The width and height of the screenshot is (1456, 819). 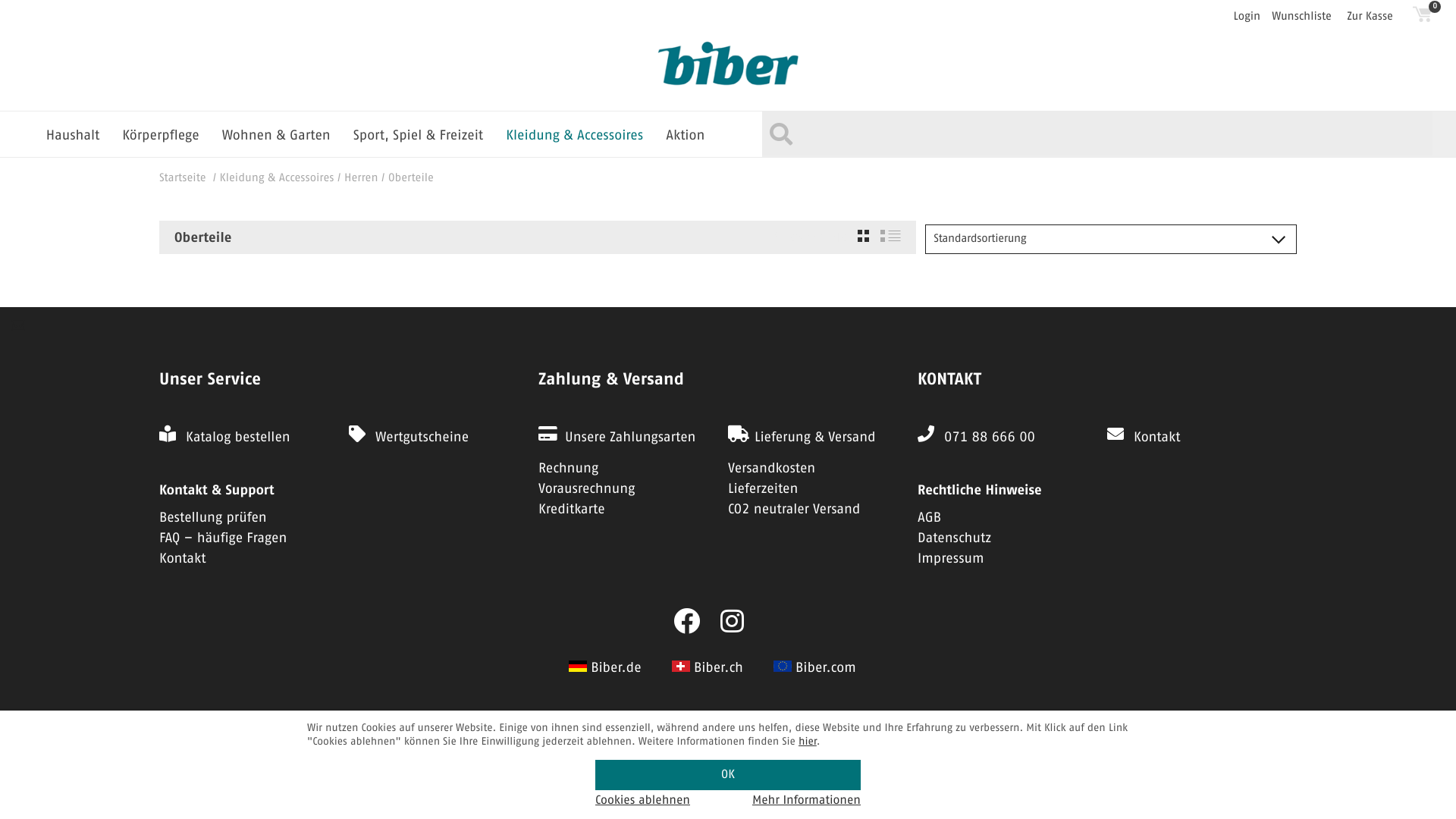 What do you see at coordinates (880, 236) in the screenshot?
I see `'list'` at bounding box center [880, 236].